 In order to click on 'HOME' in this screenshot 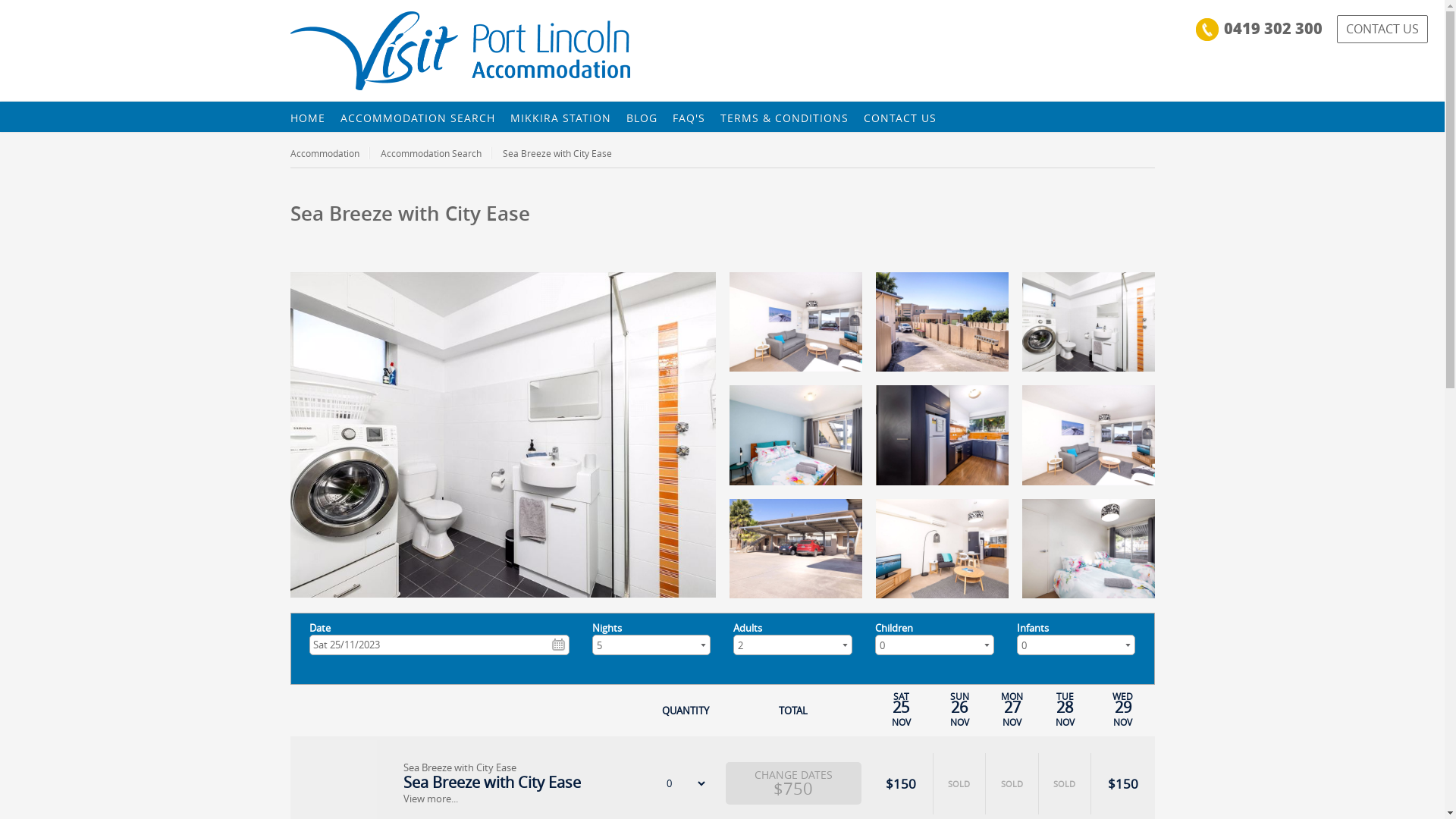, I will do `click(306, 117)`.